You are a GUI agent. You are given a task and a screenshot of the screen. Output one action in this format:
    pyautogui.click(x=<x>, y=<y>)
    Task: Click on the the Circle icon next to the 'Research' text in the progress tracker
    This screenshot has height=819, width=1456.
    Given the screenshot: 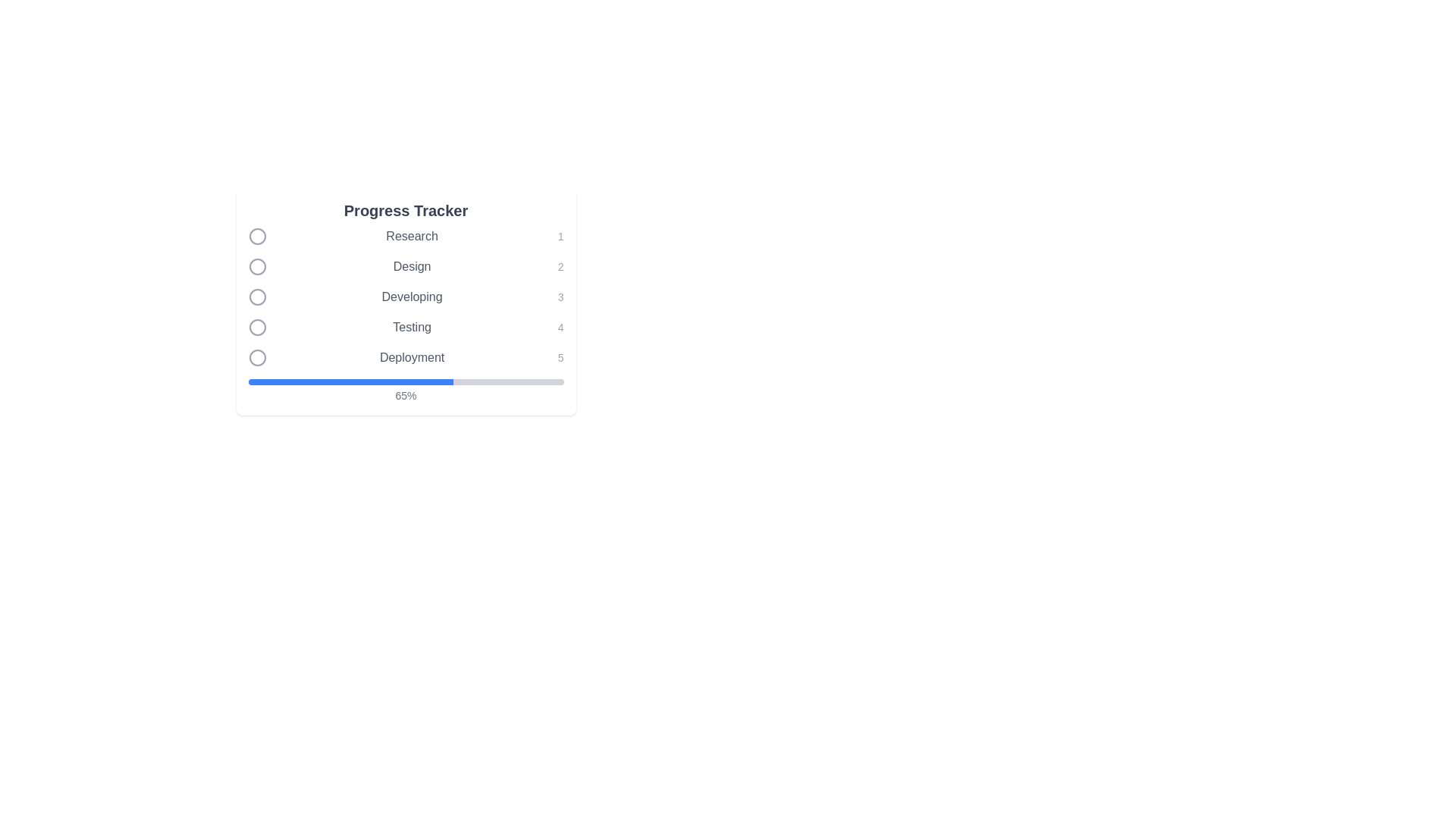 What is the action you would take?
    pyautogui.click(x=257, y=237)
    